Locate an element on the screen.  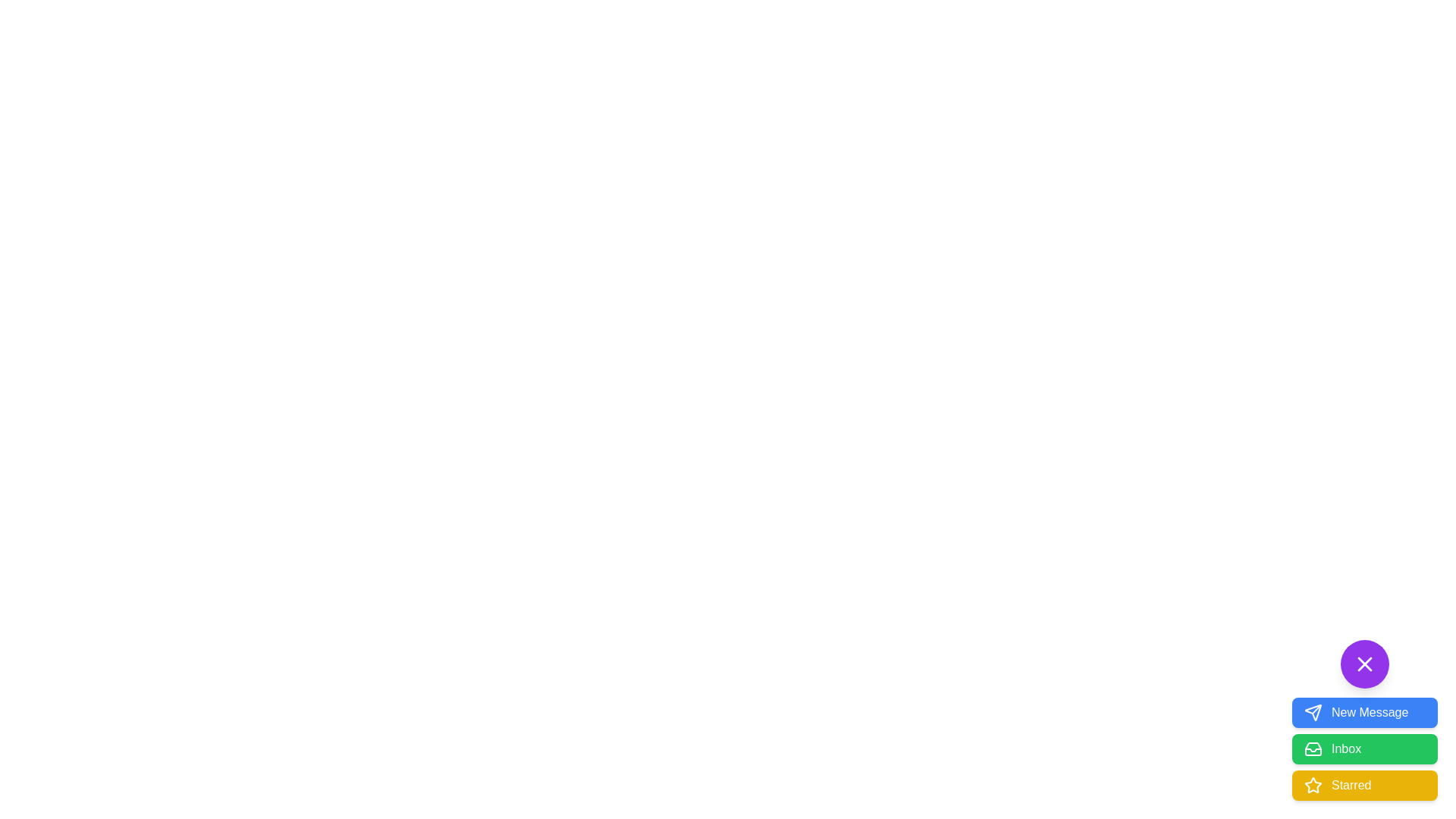
the 'Starred' text label within the yellow button to filter starred items is located at coordinates (1351, 785).